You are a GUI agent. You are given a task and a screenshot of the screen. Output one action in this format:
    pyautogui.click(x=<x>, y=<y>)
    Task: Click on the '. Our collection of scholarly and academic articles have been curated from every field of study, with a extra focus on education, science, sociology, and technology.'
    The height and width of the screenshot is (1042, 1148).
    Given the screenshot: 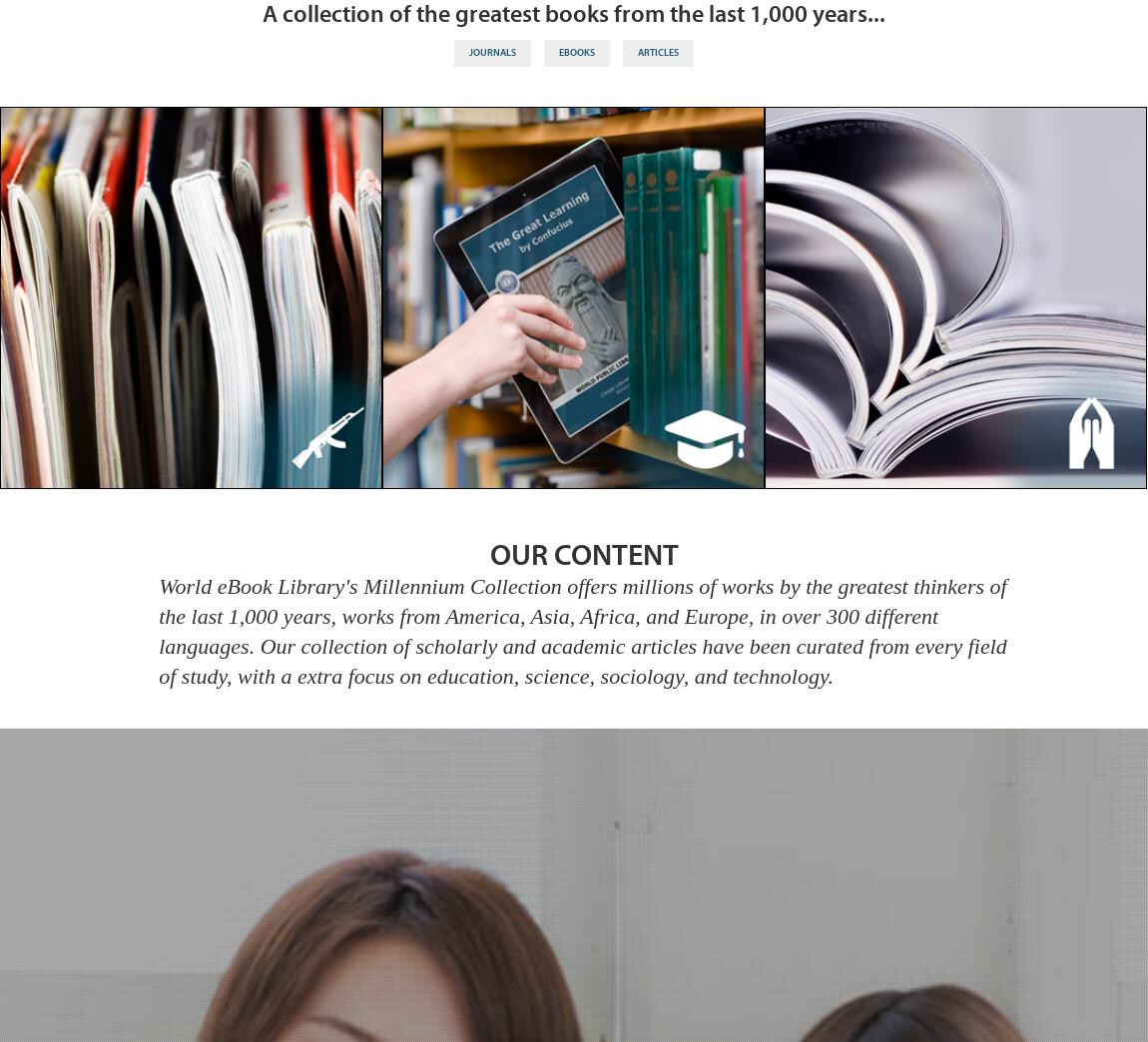 What is the action you would take?
    pyautogui.click(x=581, y=659)
    